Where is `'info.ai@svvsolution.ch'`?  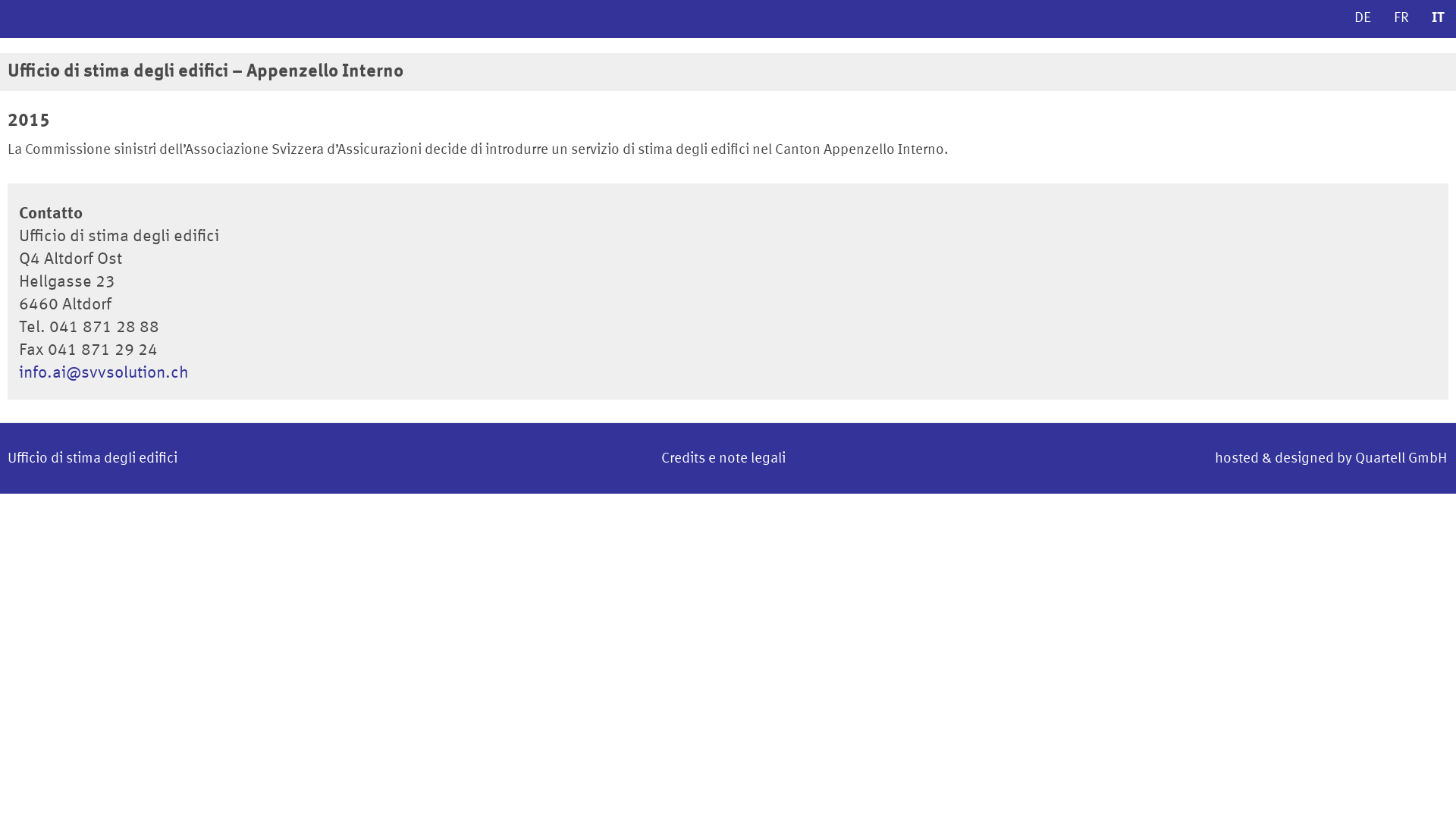 'info.ai@svvsolution.ch' is located at coordinates (103, 373).